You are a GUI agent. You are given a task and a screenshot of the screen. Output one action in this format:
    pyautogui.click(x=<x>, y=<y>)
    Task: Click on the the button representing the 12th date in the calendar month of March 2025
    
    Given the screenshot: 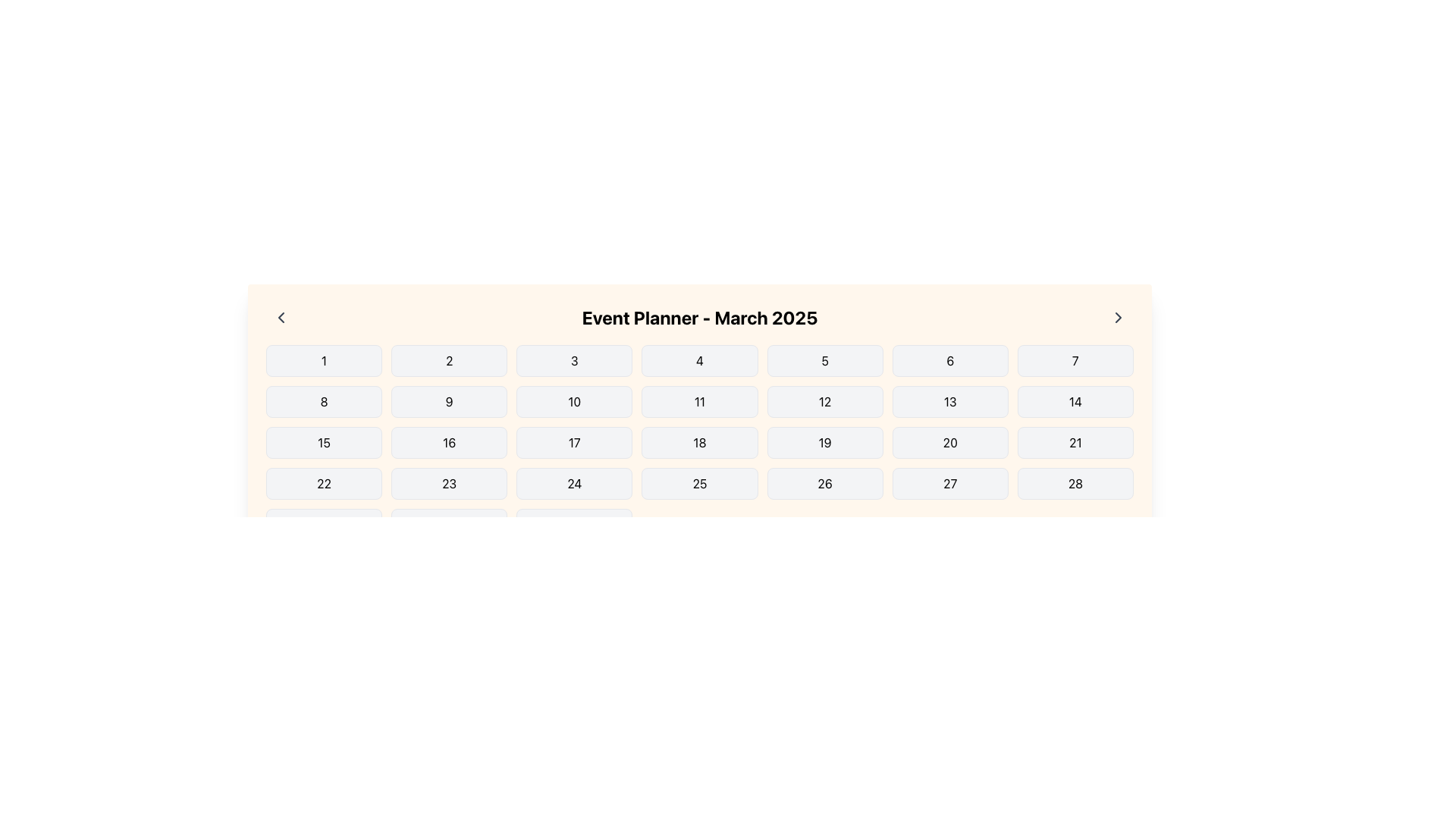 What is the action you would take?
    pyautogui.click(x=824, y=400)
    